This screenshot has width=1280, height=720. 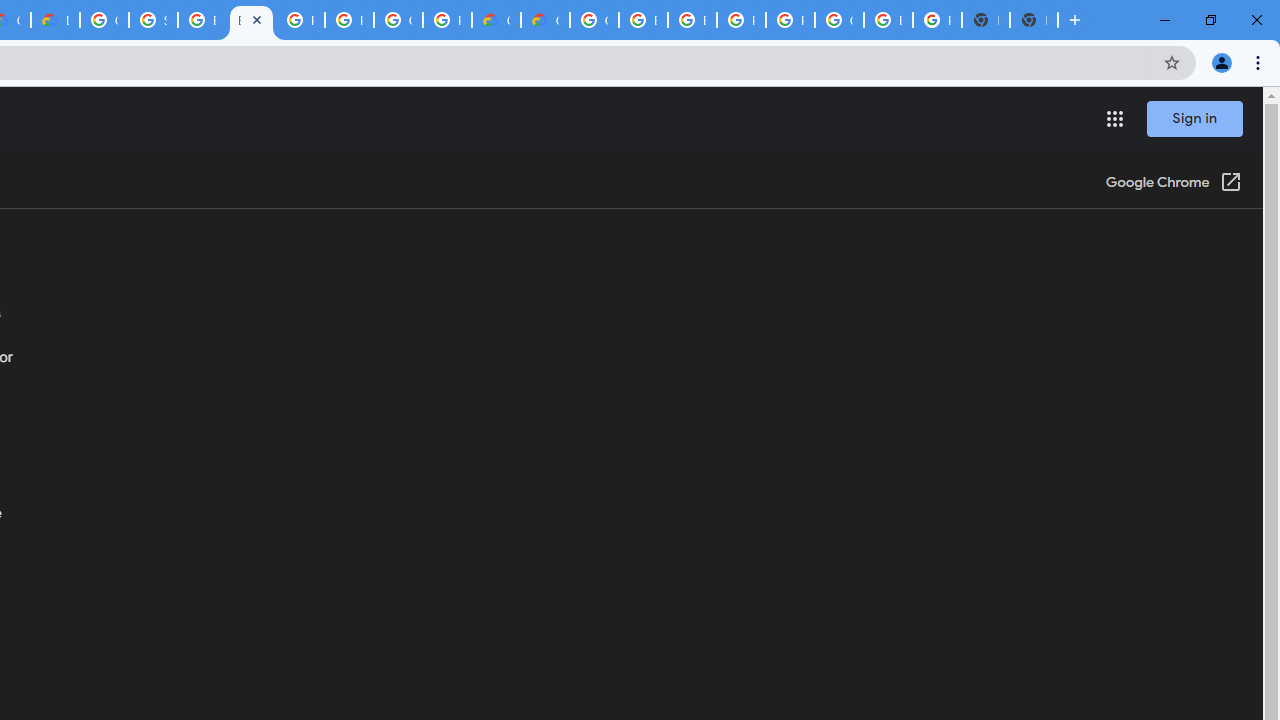 What do you see at coordinates (593, 20) in the screenshot?
I see `'Google Cloud Platform'` at bounding box center [593, 20].